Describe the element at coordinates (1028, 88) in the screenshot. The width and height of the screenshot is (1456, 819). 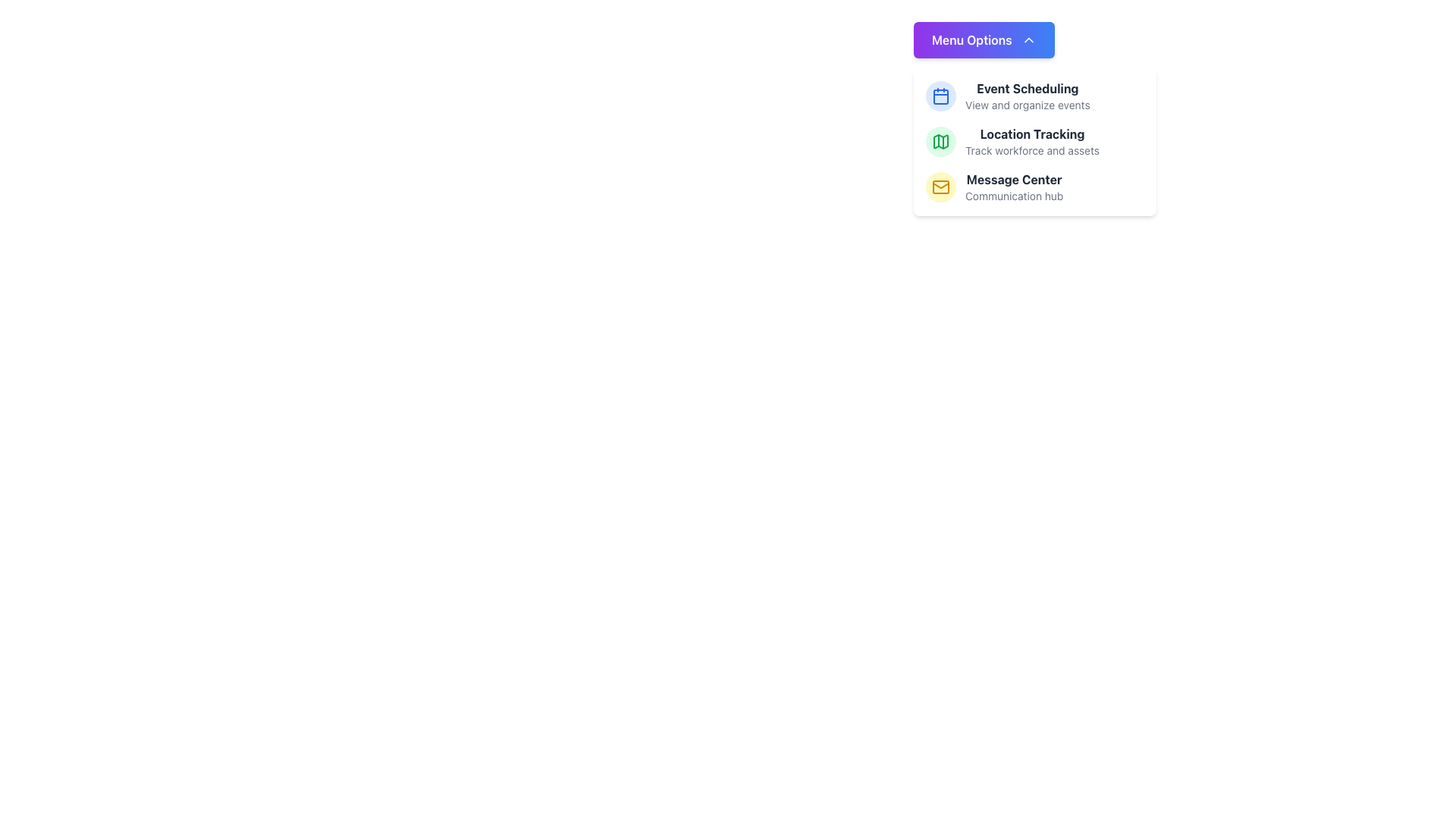
I see `the bold text label reading 'Event Scheduling' located in the dropdown interface under the 'Menu Options' header` at that location.